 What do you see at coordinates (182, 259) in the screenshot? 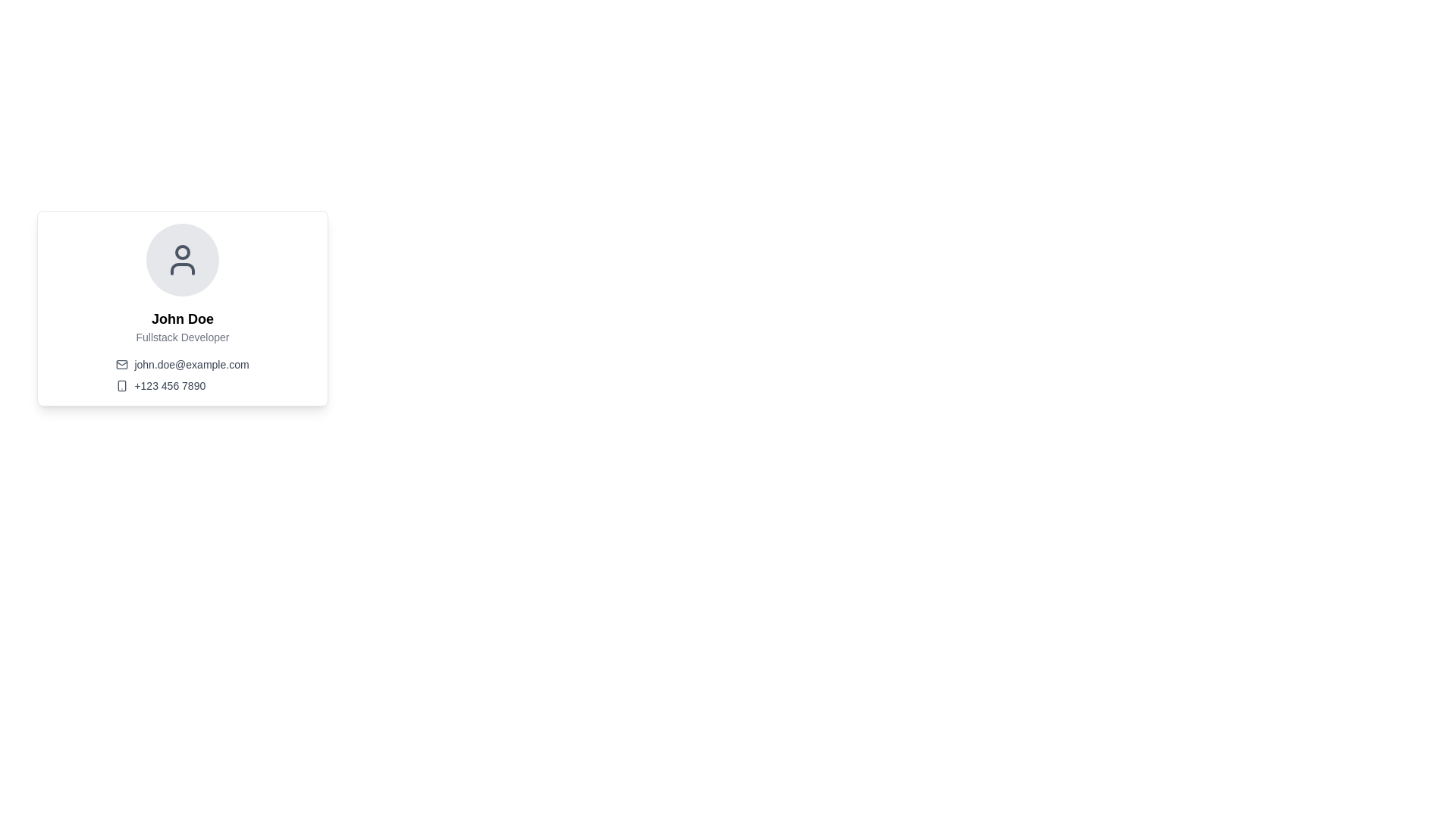
I see `the user icon, which is a minimalistic dark gray circle with a curved line representing shoulders, located at the top center of a card layout` at bounding box center [182, 259].